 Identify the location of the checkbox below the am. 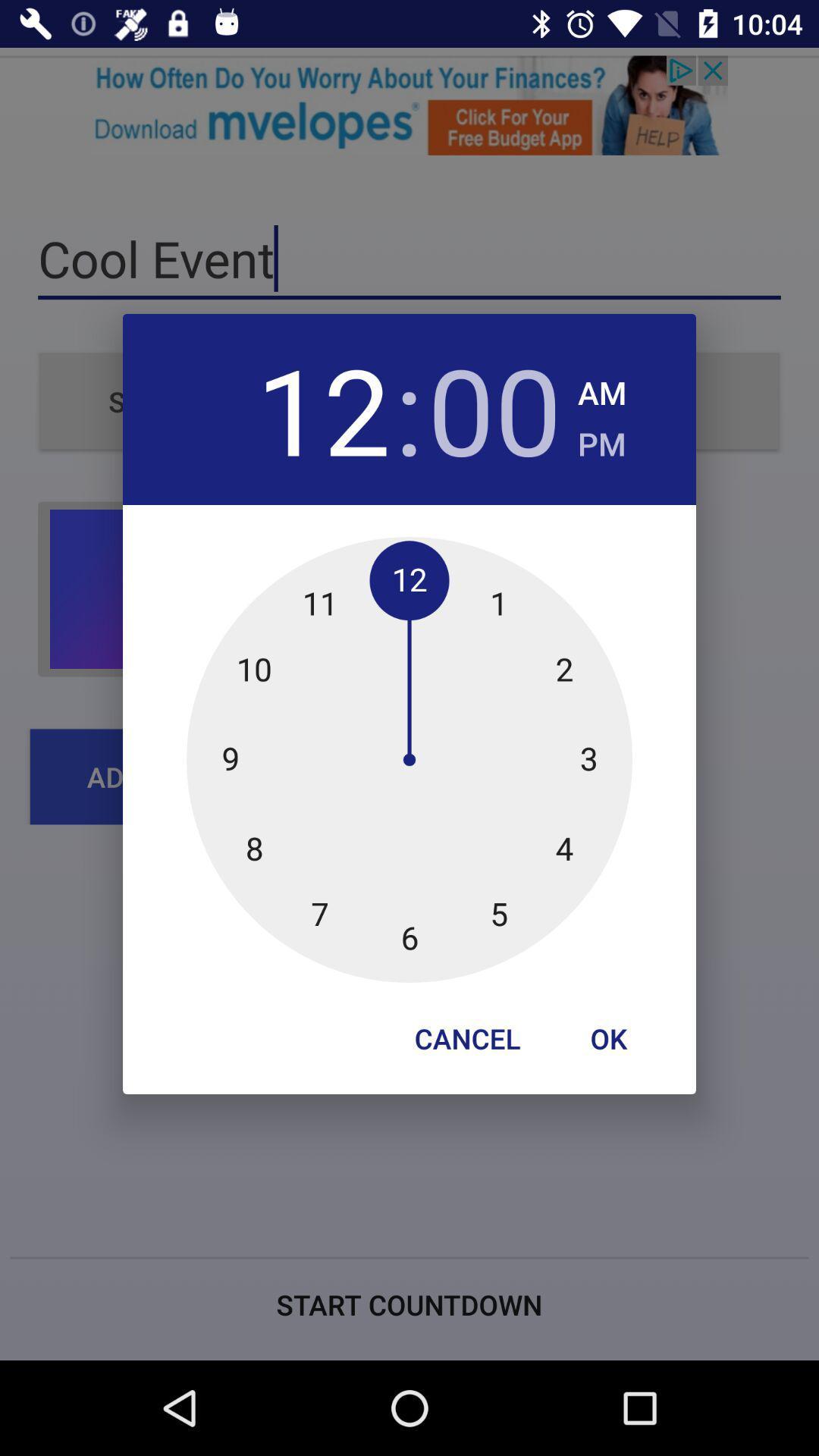
(601, 438).